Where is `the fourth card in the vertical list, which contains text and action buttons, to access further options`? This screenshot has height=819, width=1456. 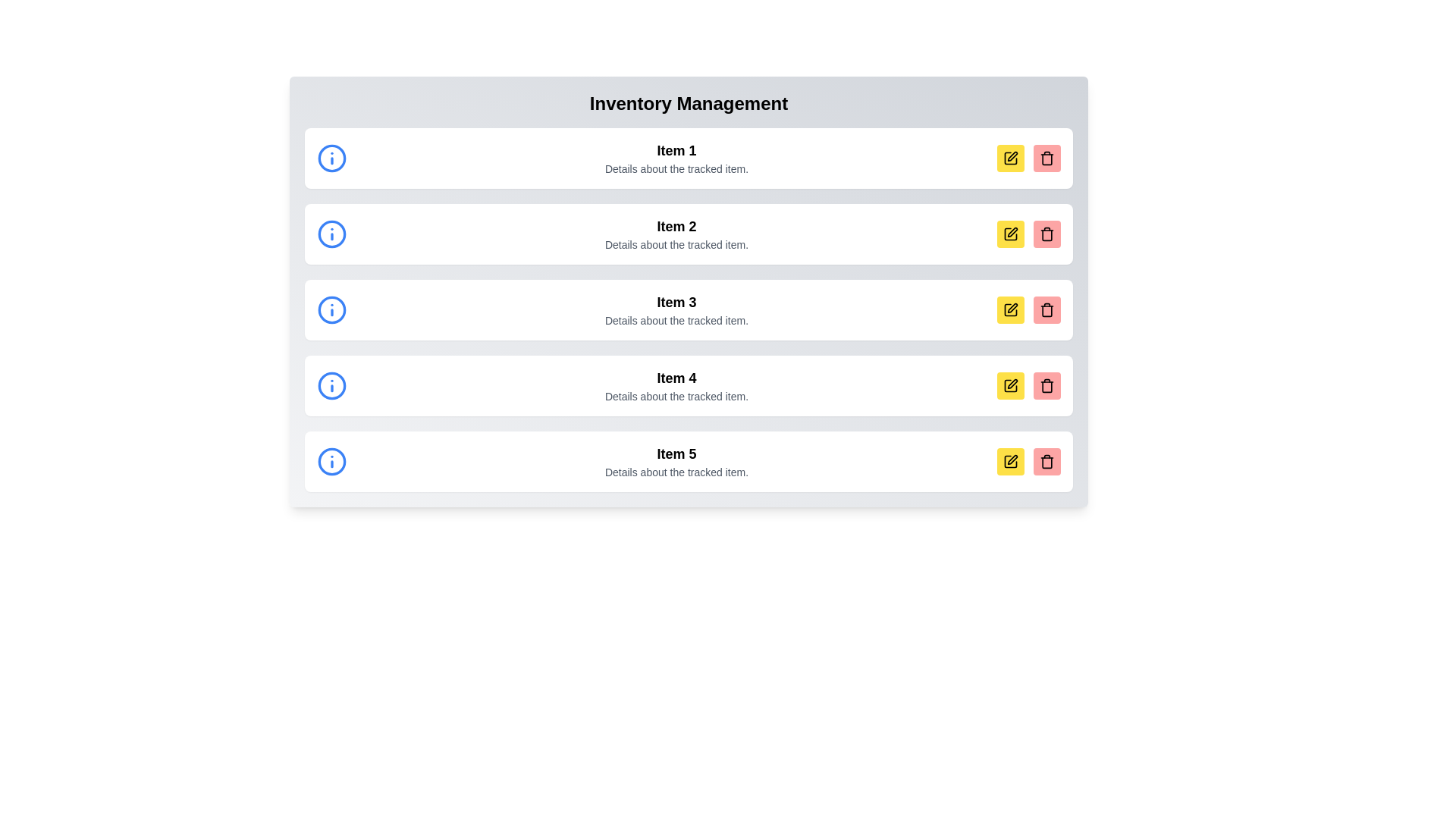
the fourth card in the vertical list, which contains text and action buttons, to access further options is located at coordinates (688, 385).